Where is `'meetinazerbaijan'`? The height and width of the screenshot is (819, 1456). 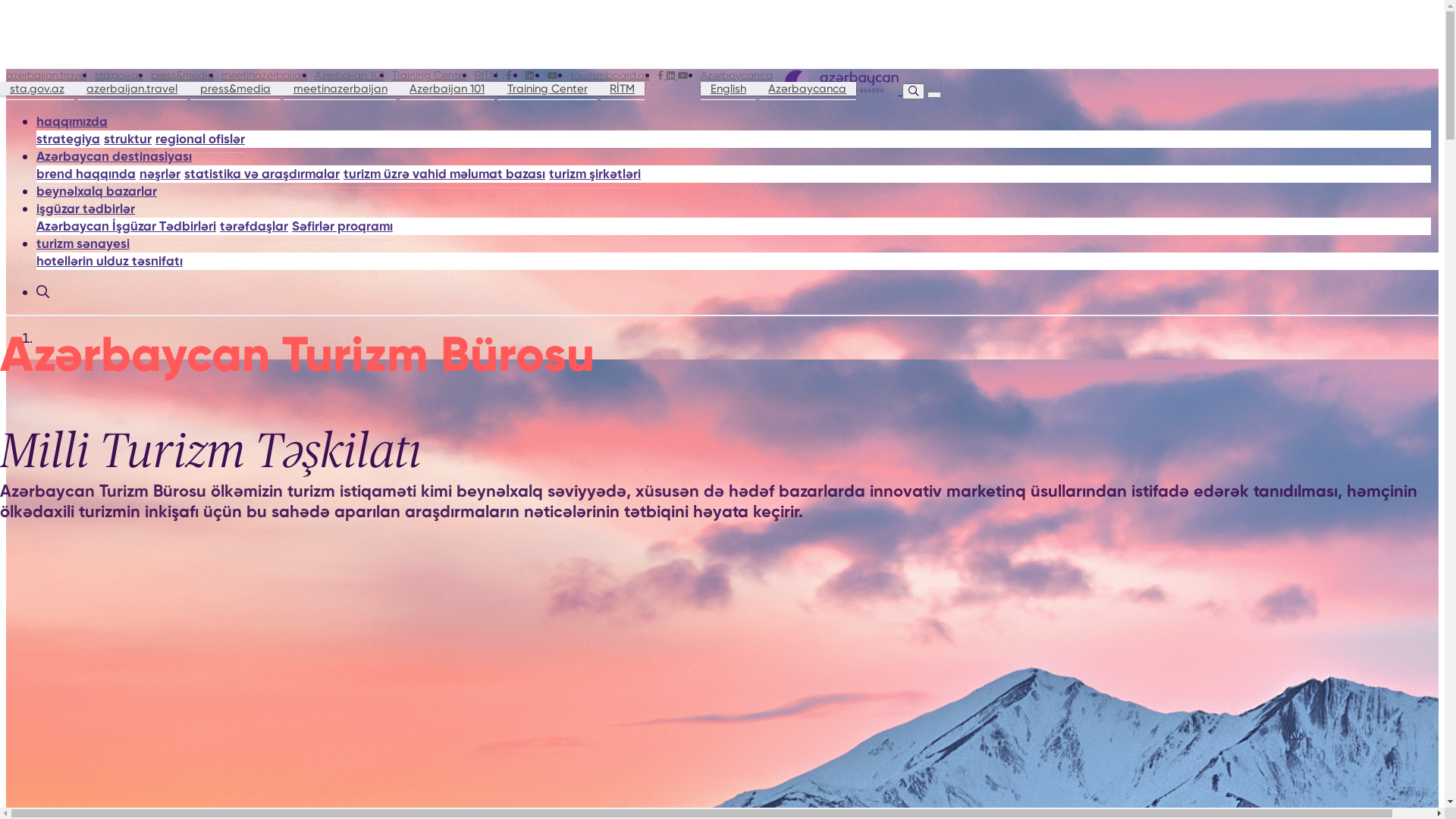 'meetinazerbaijan' is located at coordinates (284, 89).